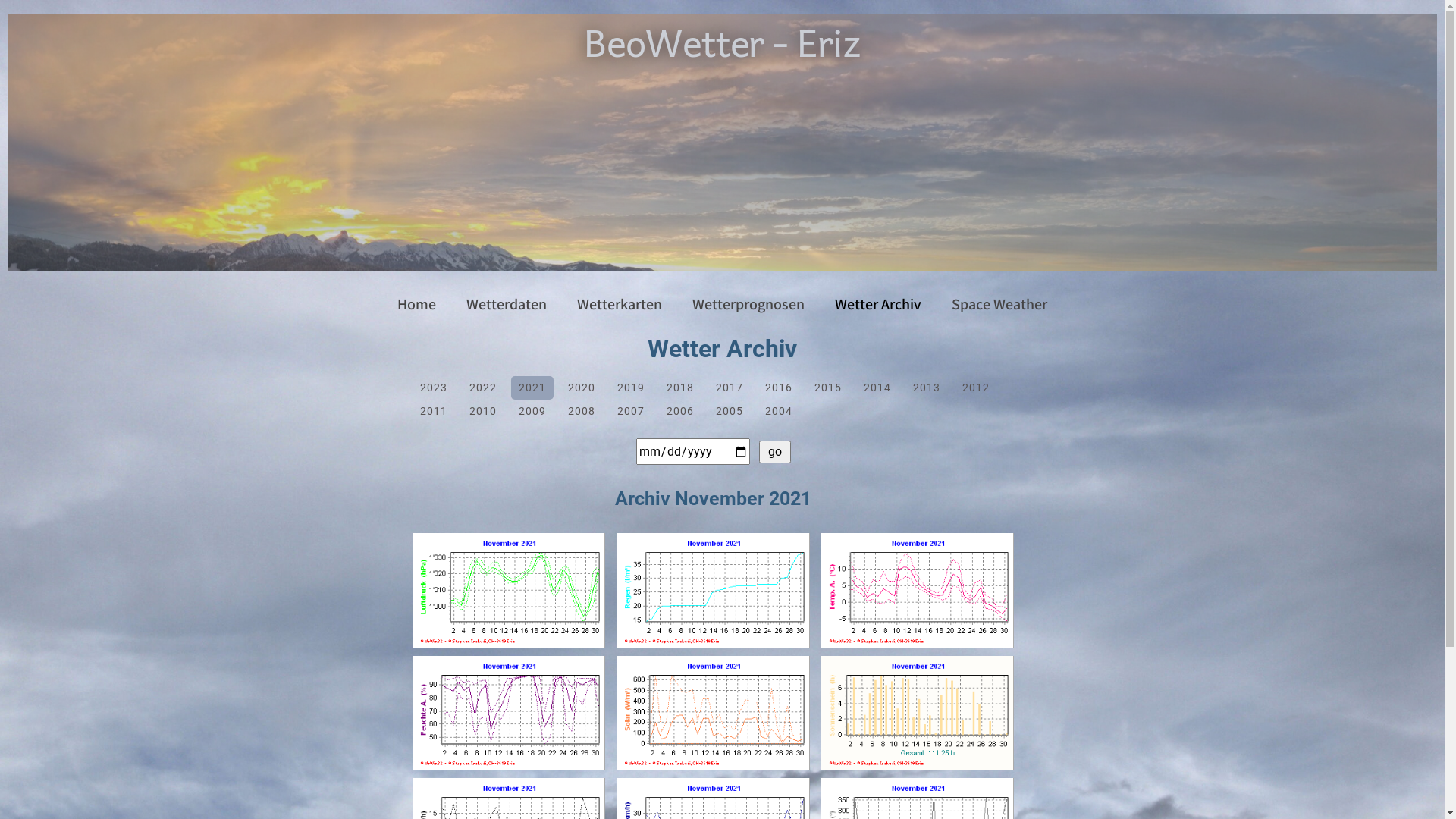 The height and width of the screenshot is (819, 1456). What do you see at coordinates (482, 411) in the screenshot?
I see `'2010'` at bounding box center [482, 411].